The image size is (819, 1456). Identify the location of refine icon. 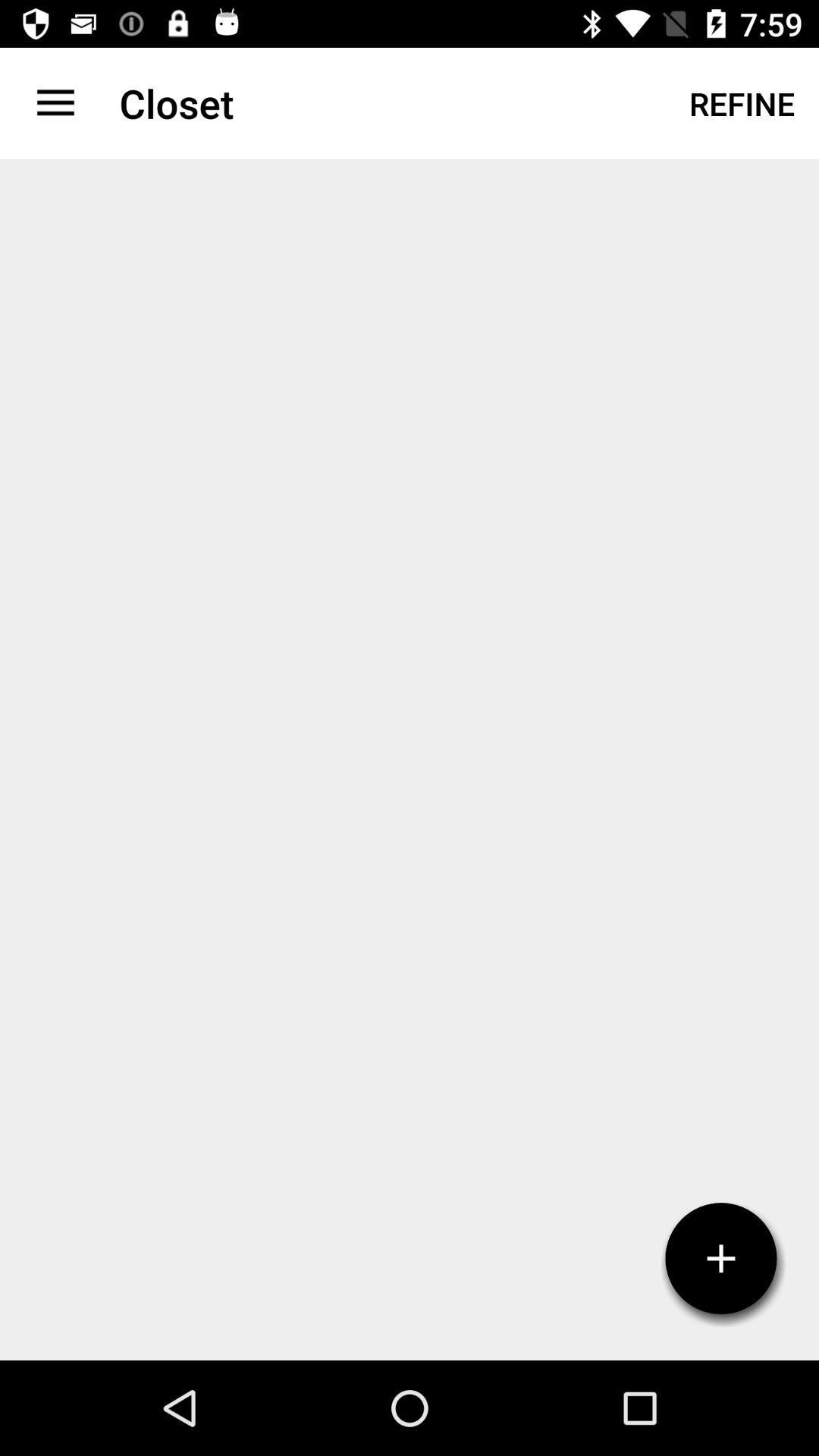
(741, 102).